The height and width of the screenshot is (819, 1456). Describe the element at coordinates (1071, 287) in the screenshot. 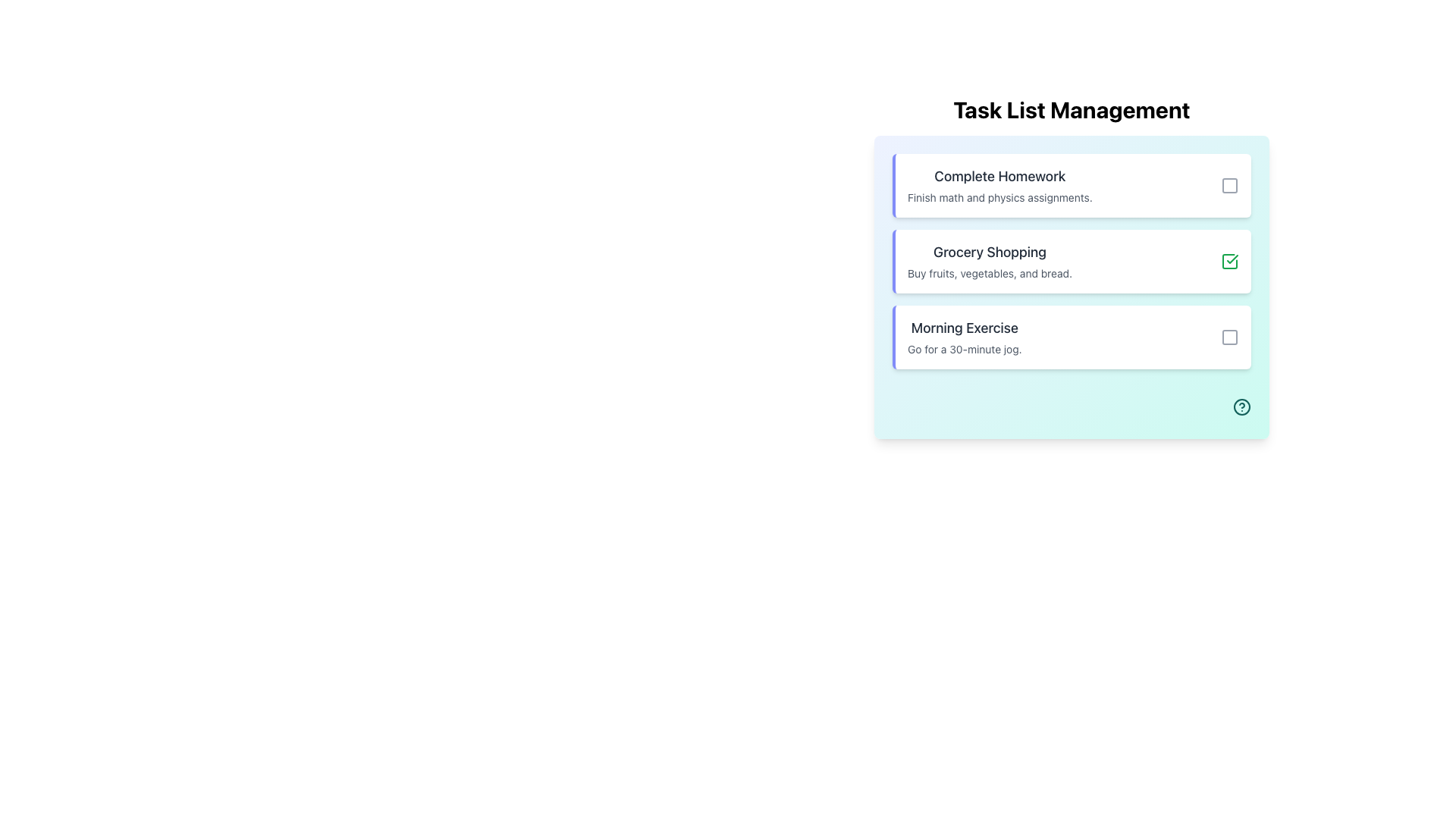

I see `the checkbox on the second task card ('Grocery Shopping') in the 'Task List Management' section to mark the task as completed` at that location.